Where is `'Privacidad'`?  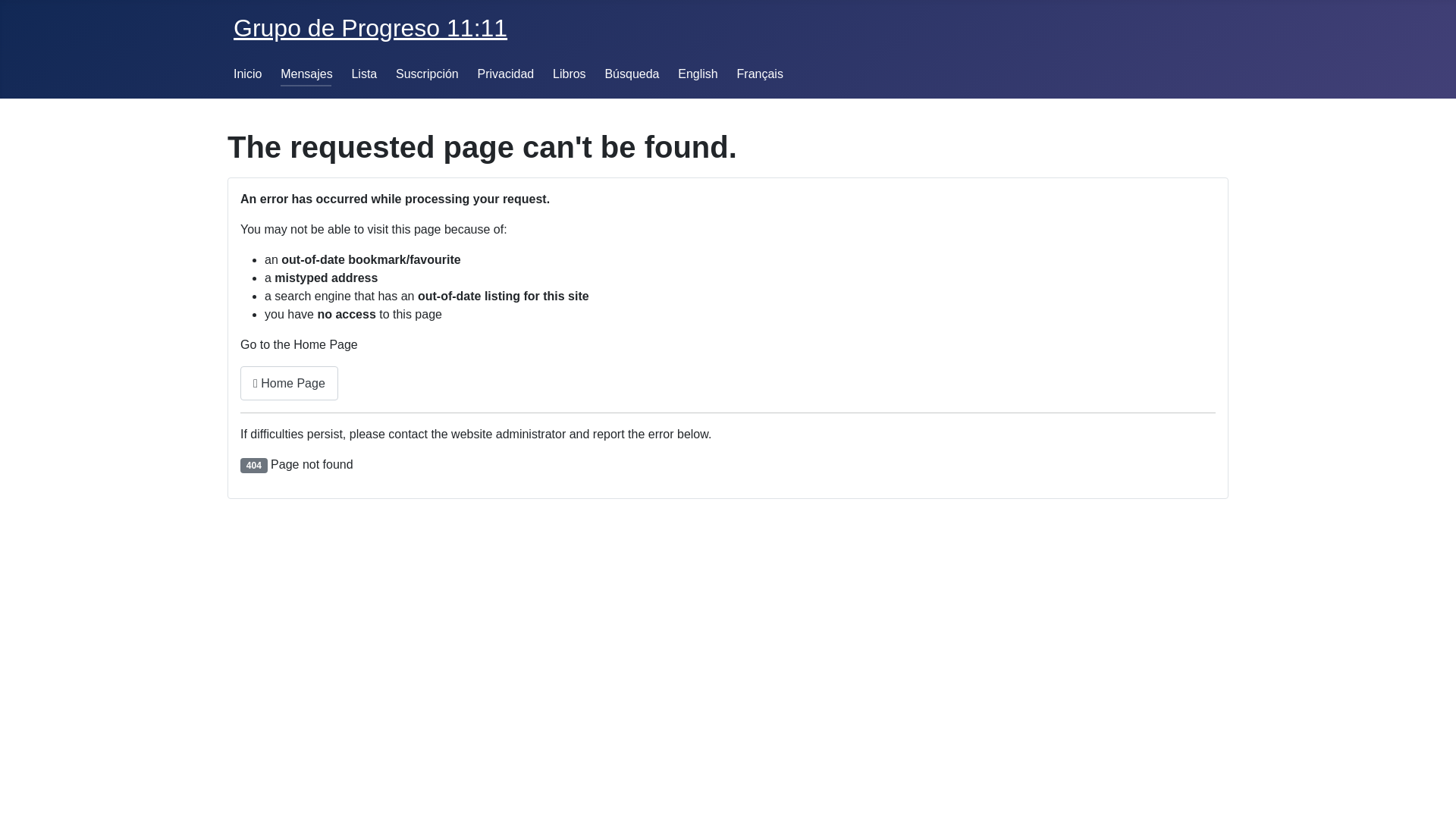 'Privacidad' is located at coordinates (506, 74).